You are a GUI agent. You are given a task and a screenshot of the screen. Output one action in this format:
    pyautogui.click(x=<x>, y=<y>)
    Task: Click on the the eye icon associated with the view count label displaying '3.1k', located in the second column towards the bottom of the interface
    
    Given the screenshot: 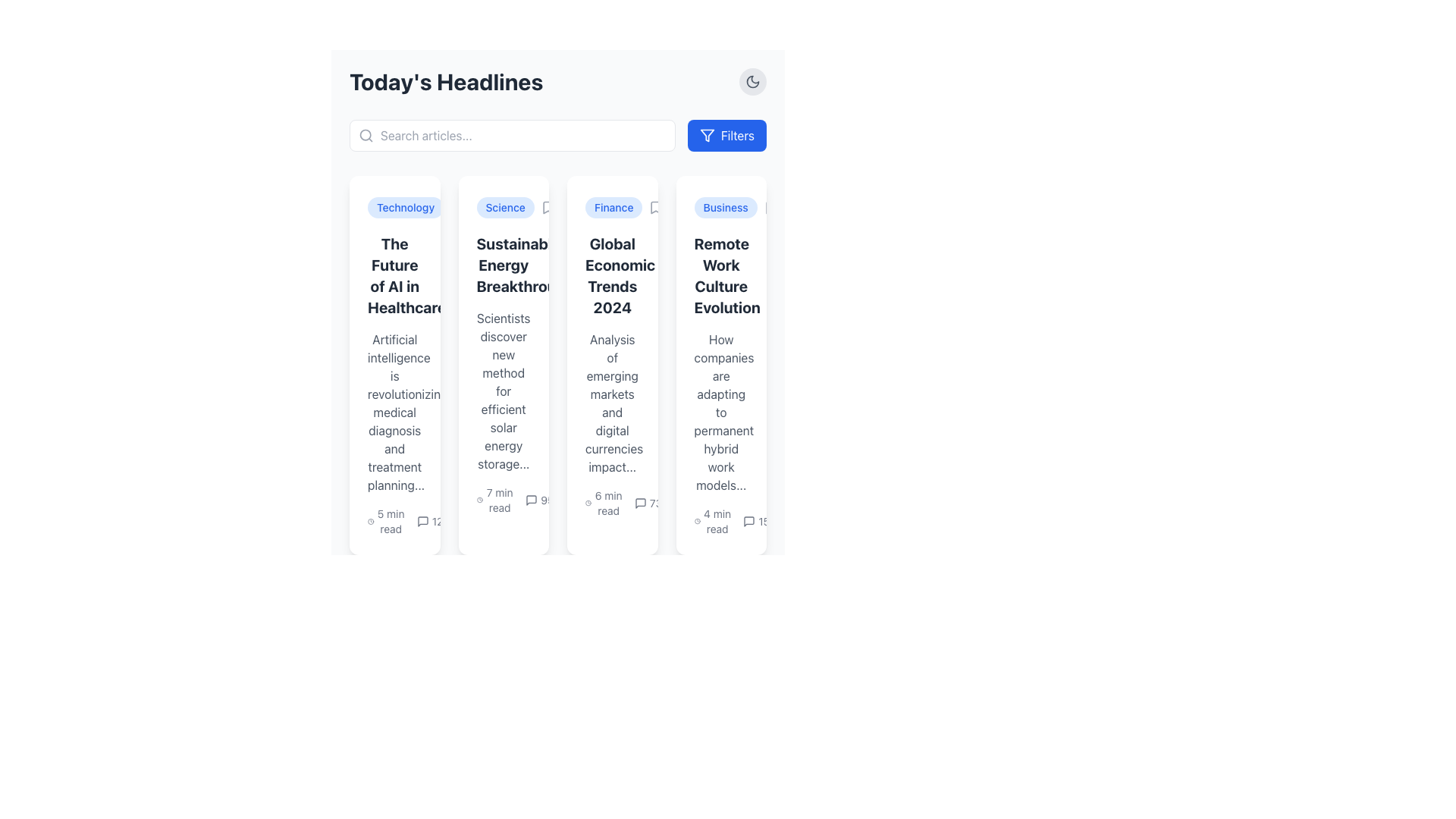 What is the action you would take?
    pyautogui.click(x=678, y=503)
    